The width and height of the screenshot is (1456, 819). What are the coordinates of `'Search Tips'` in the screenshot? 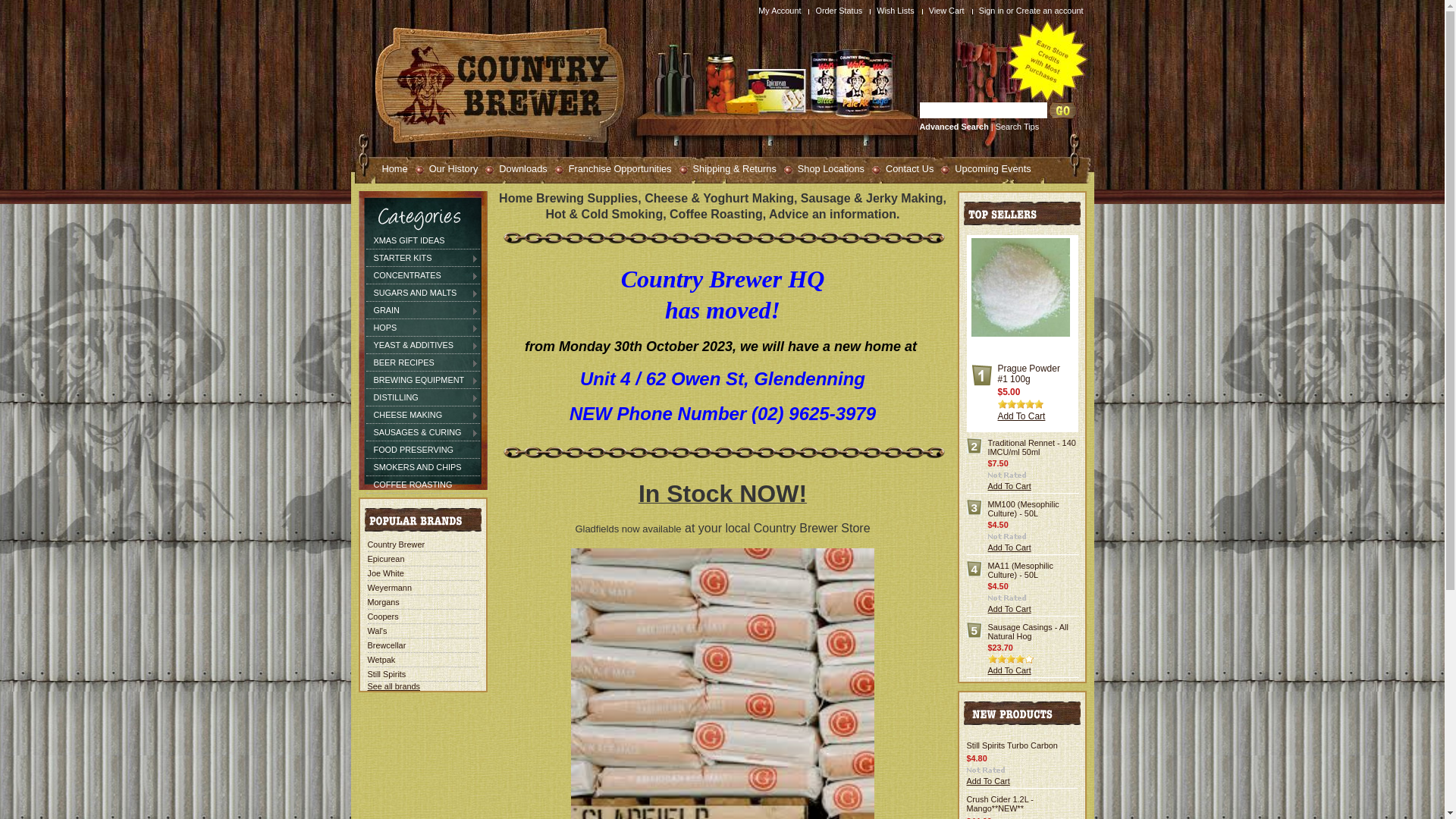 It's located at (1017, 125).